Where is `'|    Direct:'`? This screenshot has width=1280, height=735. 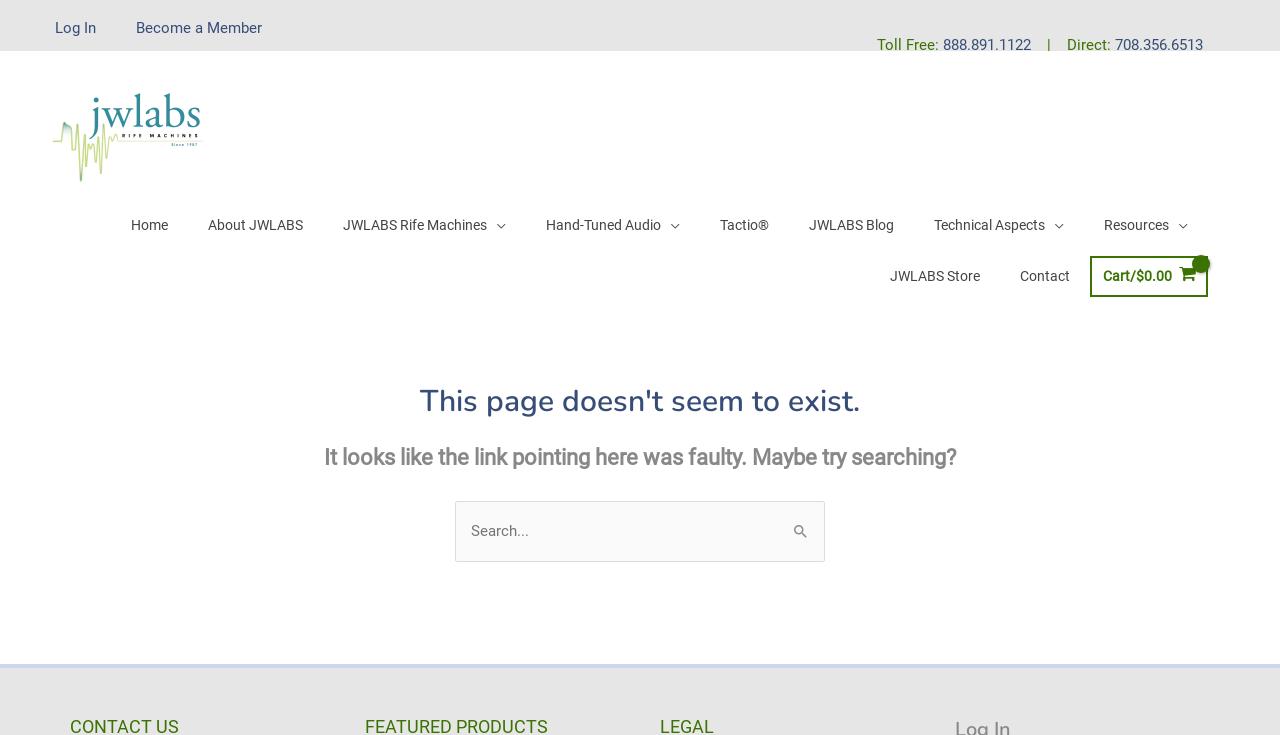 '|    Direct:' is located at coordinates (1072, 43).